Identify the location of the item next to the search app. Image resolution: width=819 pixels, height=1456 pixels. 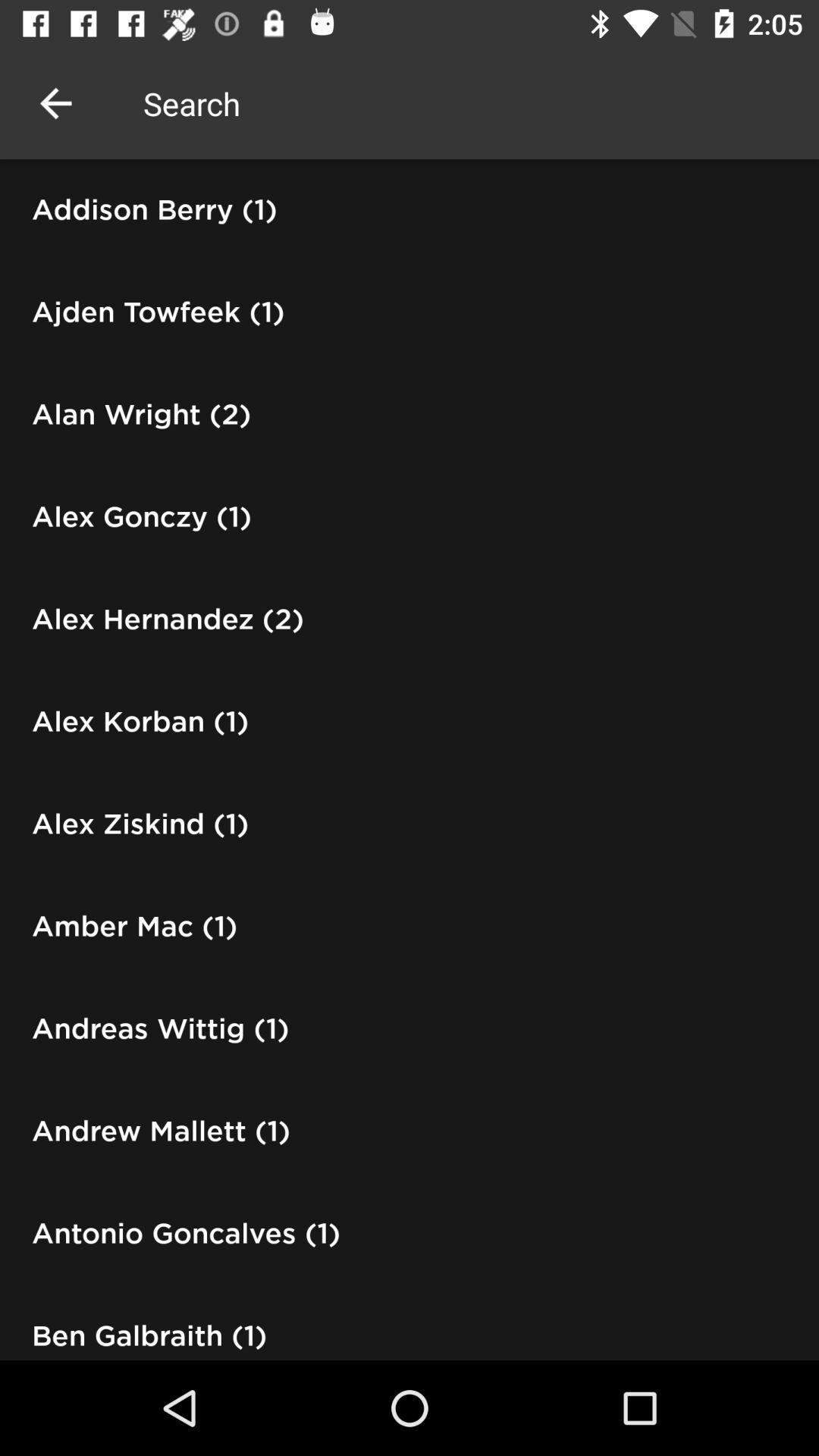
(55, 102).